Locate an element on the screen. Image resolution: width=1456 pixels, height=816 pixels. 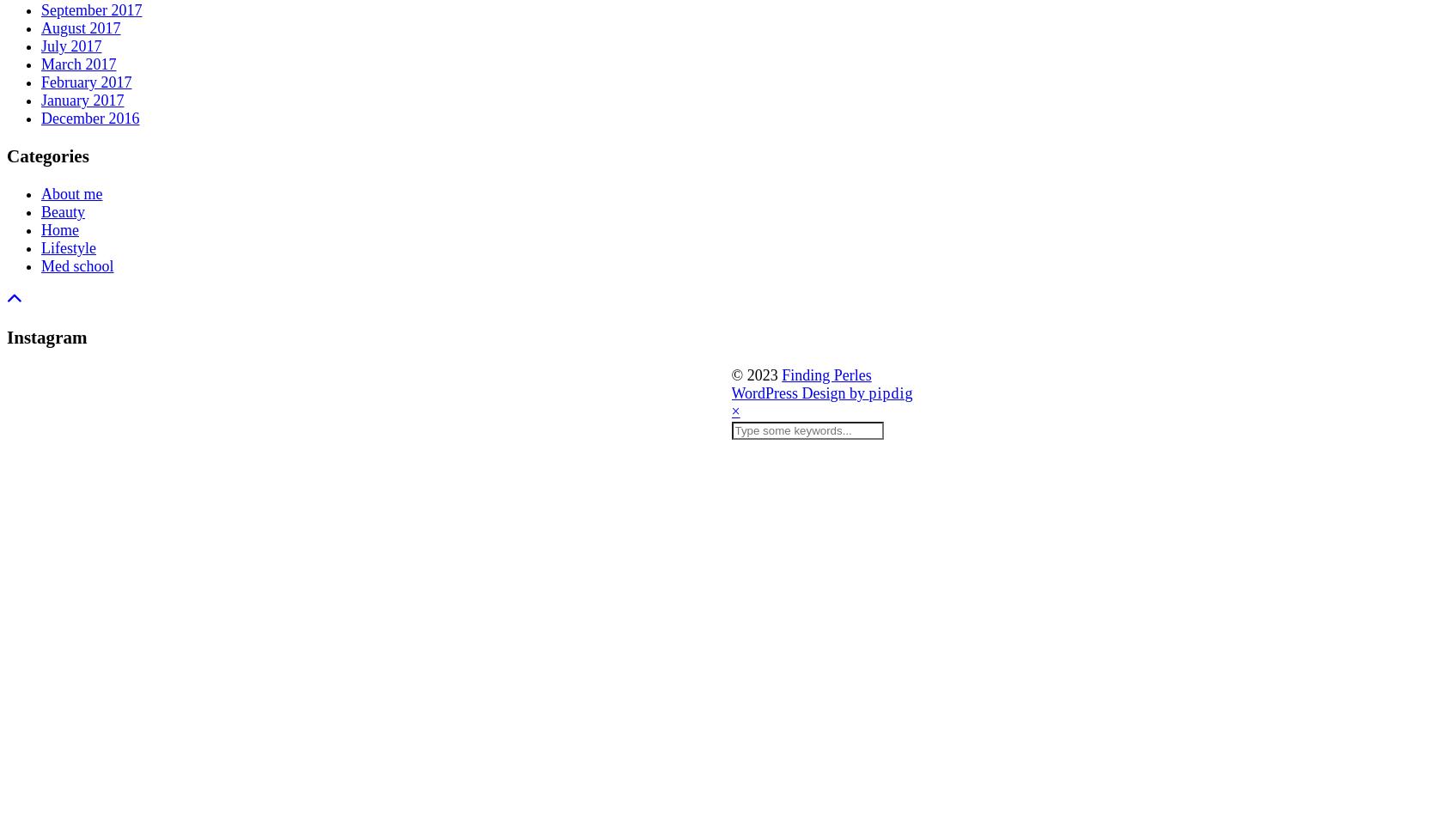
'Finding Perles' is located at coordinates (826, 375).